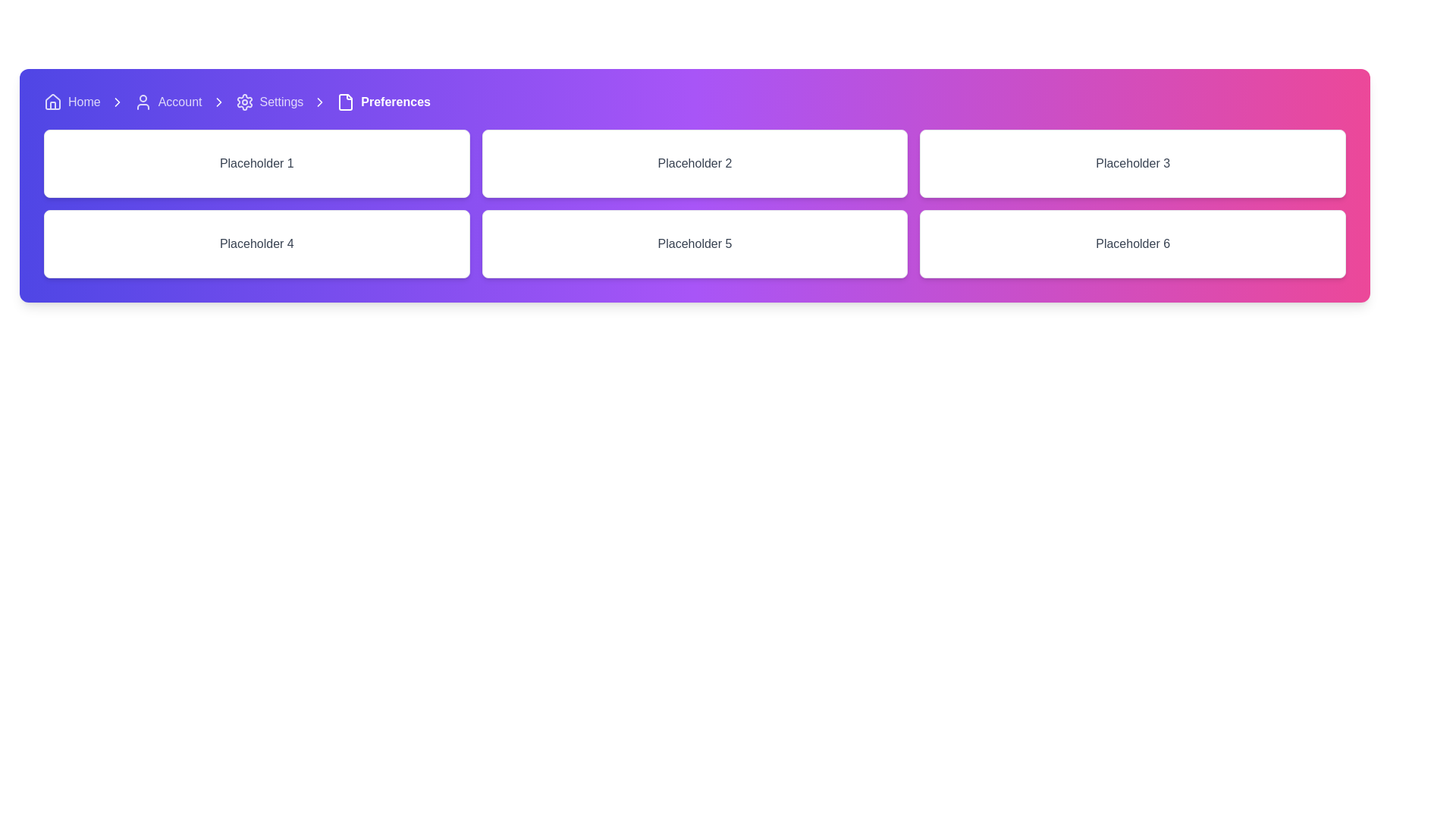 The image size is (1456, 819). What do you see at coordinates (53, 102) in the screenshot?
I see `the house-shaped icon located at the upper-left corner of the navigation bar` at bounding box center [53, 102].